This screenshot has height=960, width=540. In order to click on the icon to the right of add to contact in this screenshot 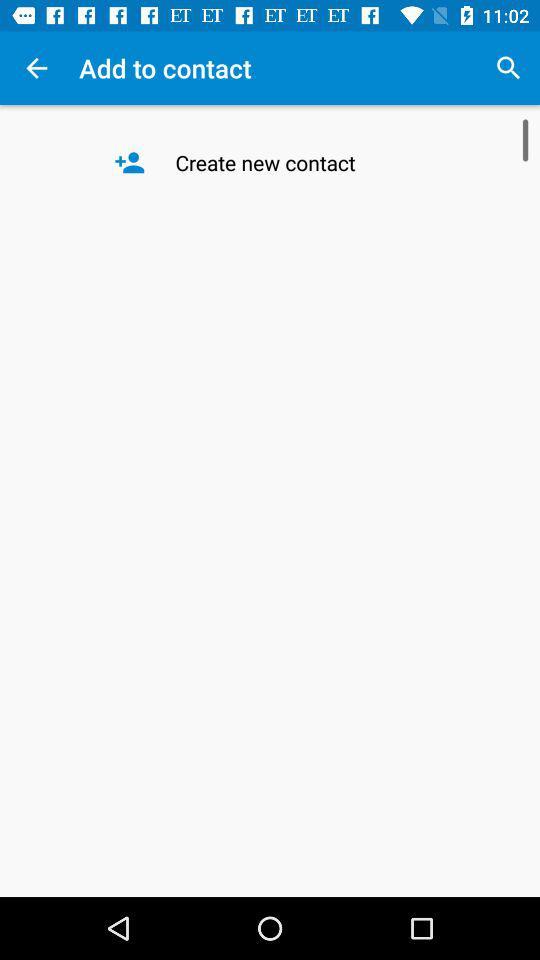, I will do `click(508, 68)`.